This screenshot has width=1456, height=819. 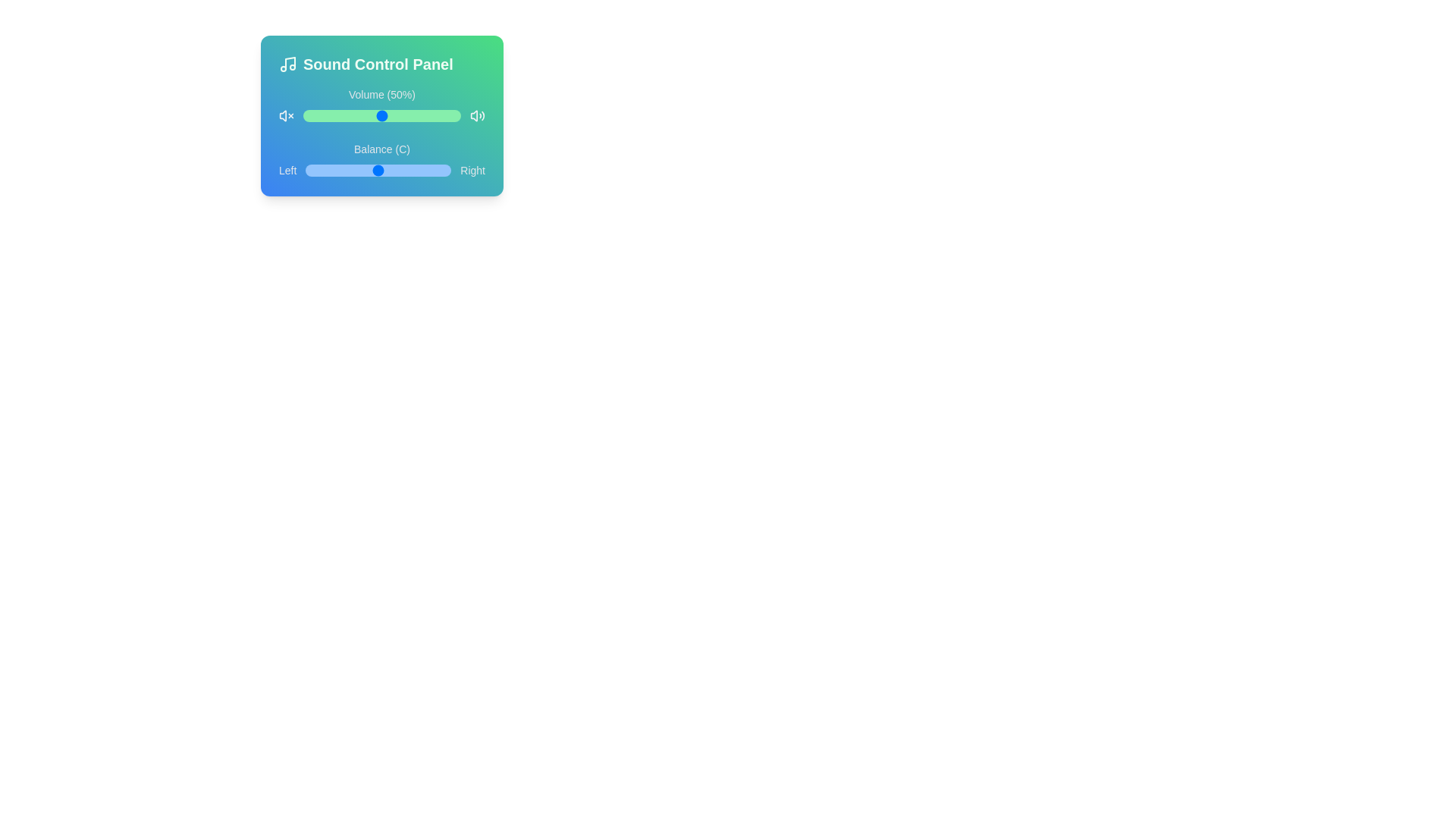 What do you see at coordinates (416, 170) in the screenshot?
I see `balance` at bounding box center [416, 170].